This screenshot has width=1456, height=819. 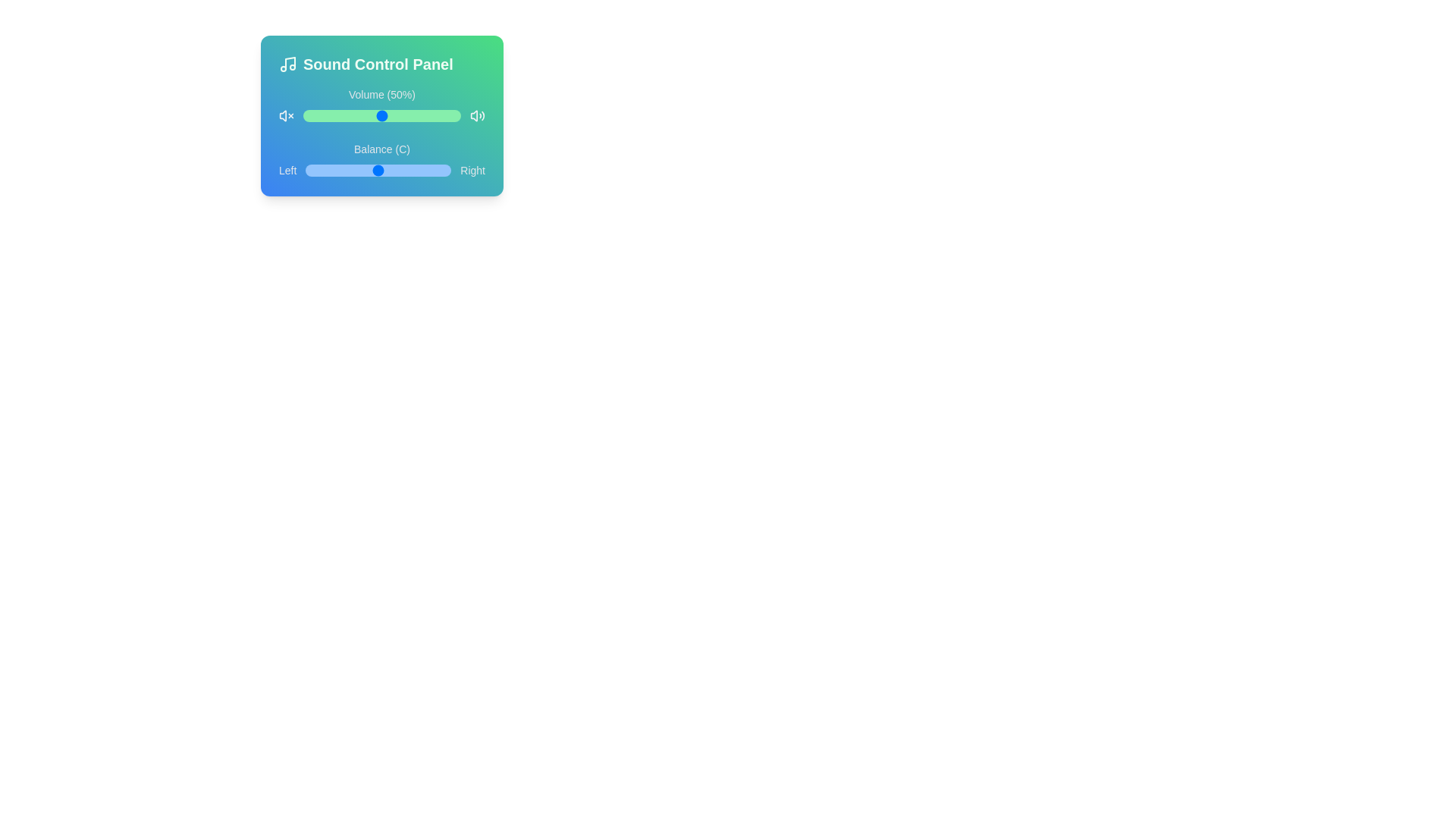 What do you see at coordinates (416, 170) in the screenshot?
I see `balance` at bounding box center [416, 170].